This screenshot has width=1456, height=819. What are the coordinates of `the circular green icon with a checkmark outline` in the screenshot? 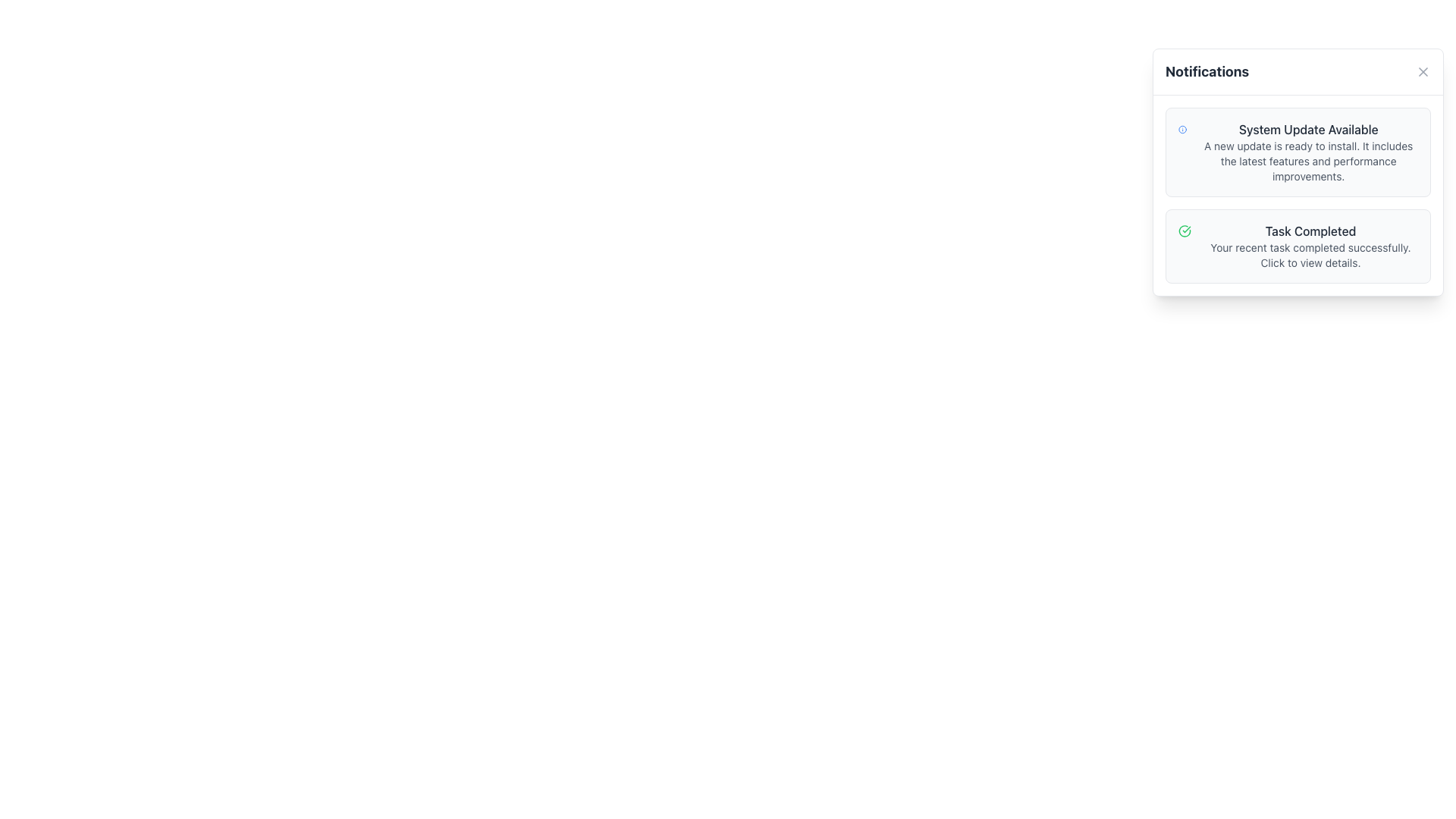 It's located at (1184, 231).